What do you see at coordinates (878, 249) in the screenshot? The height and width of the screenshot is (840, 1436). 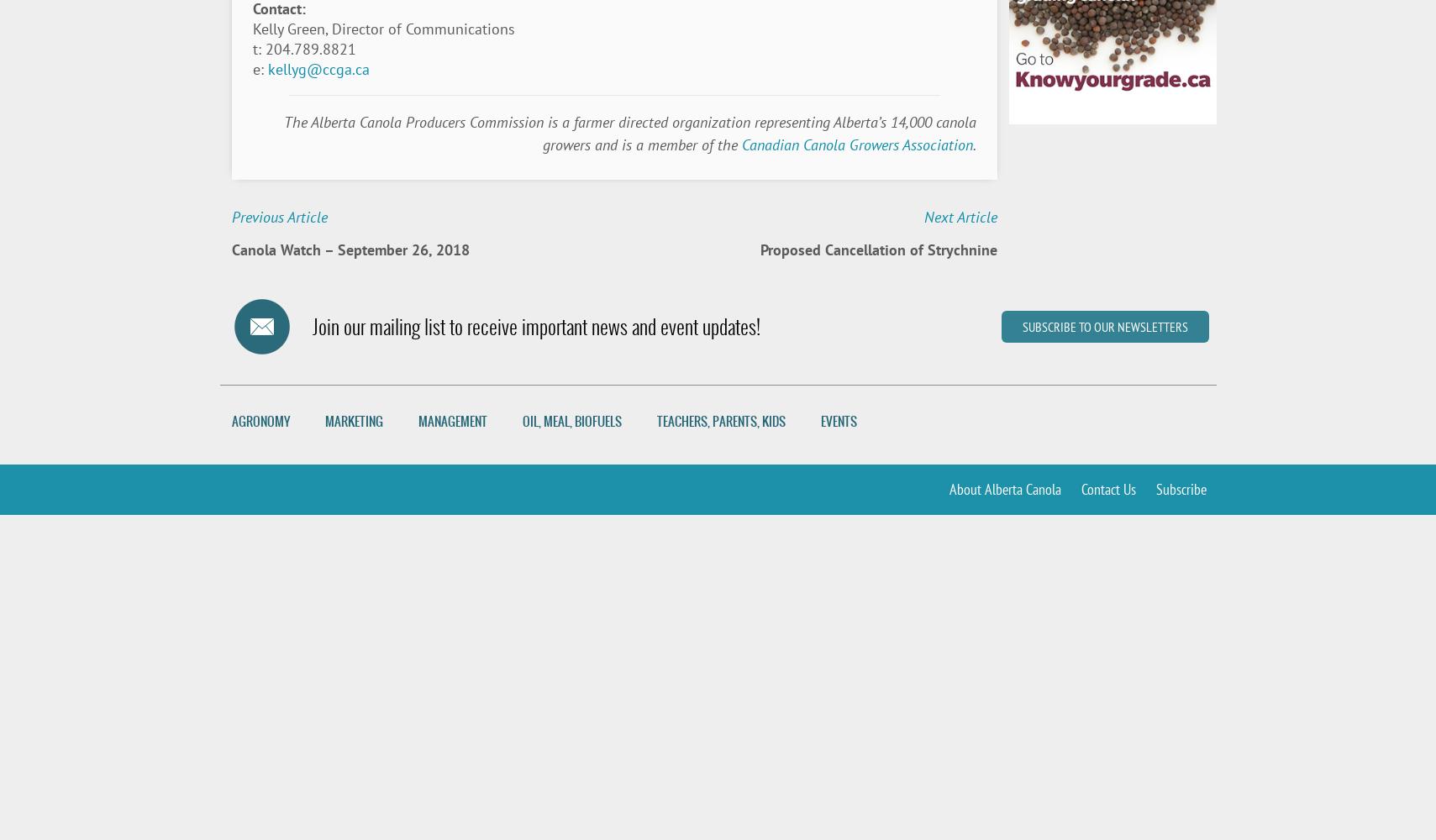 I see `'Proposed Cancellation of Strychnine'` at bounding box center [878, 249].